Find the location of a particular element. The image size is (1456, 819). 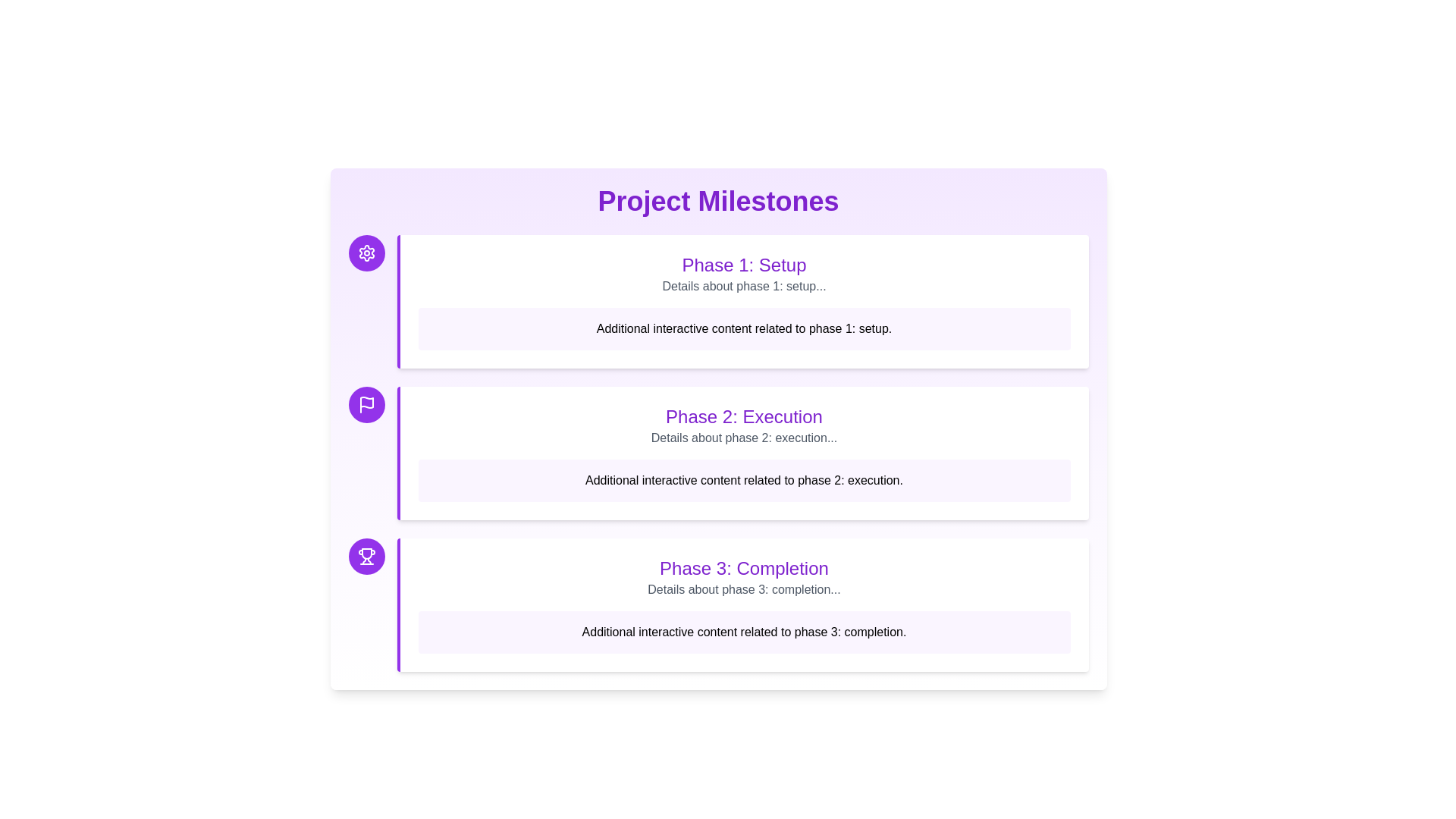

the trophy icon located in the bottommost purple circular icon in the left sidebar of the Project Milestones interface to infer its function is located at coordinates (366, 556).